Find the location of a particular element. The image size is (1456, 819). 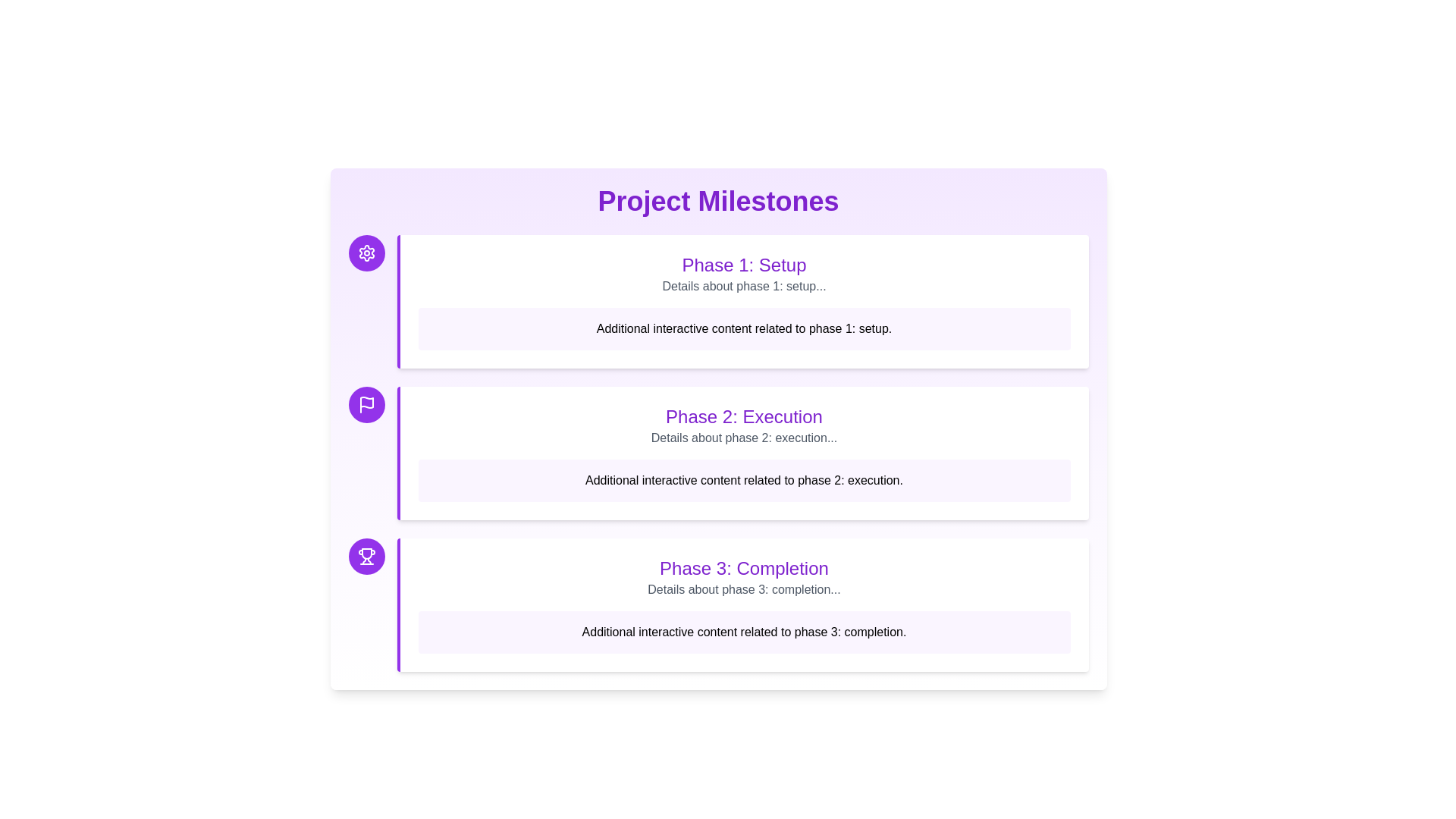

the trophy icon located in the bottommost purple circular icon in the left sidebar of the Project Milestones interface to infer its function is located at coordinates (366, 556).